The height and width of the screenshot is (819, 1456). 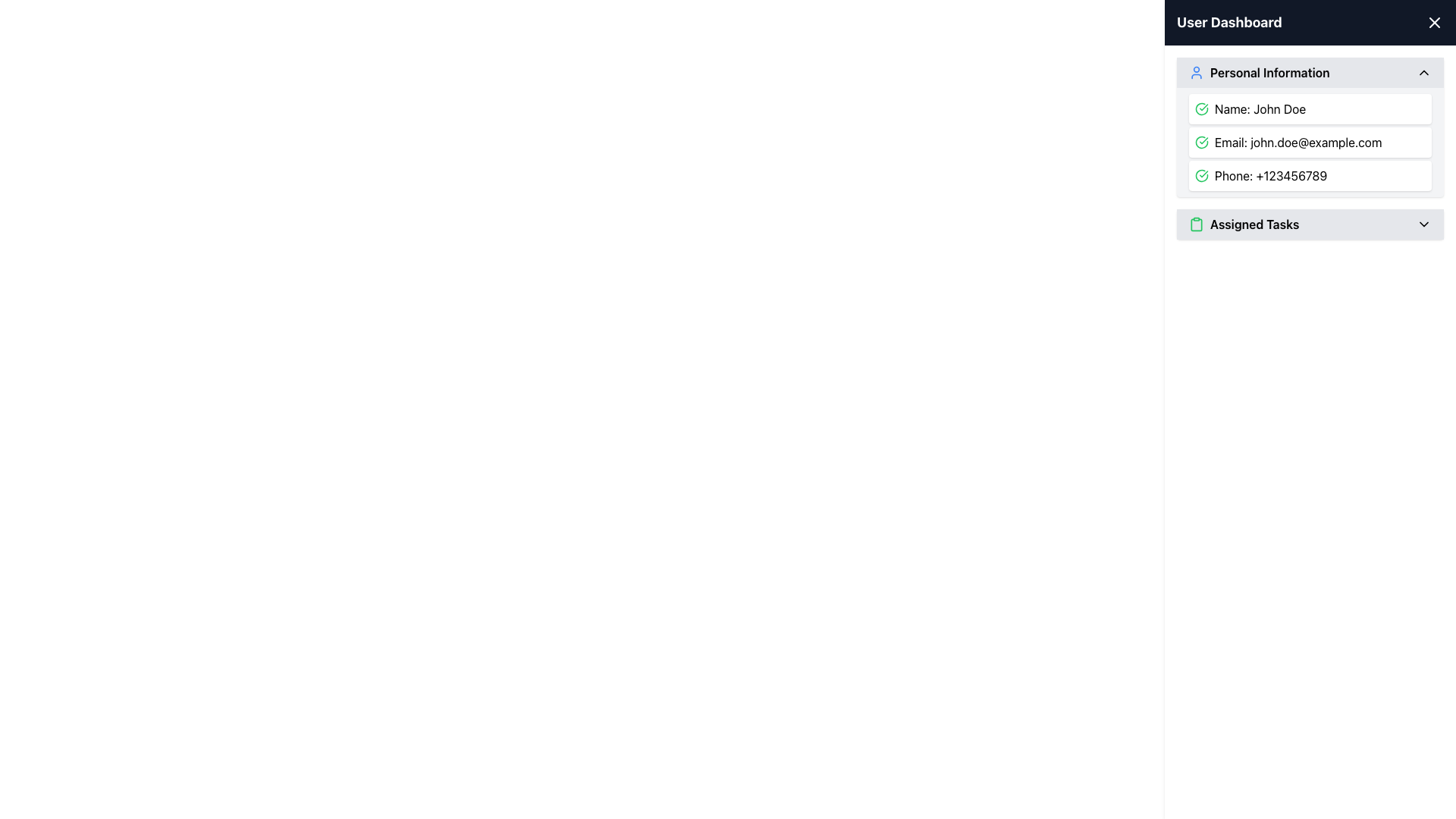 I want to click on the verification icon that indicates the associated email is verified, located before the text 'Email: john.doe@example.com' in the Personal Information section of the user dashboard, so click(x=1200, y=143).